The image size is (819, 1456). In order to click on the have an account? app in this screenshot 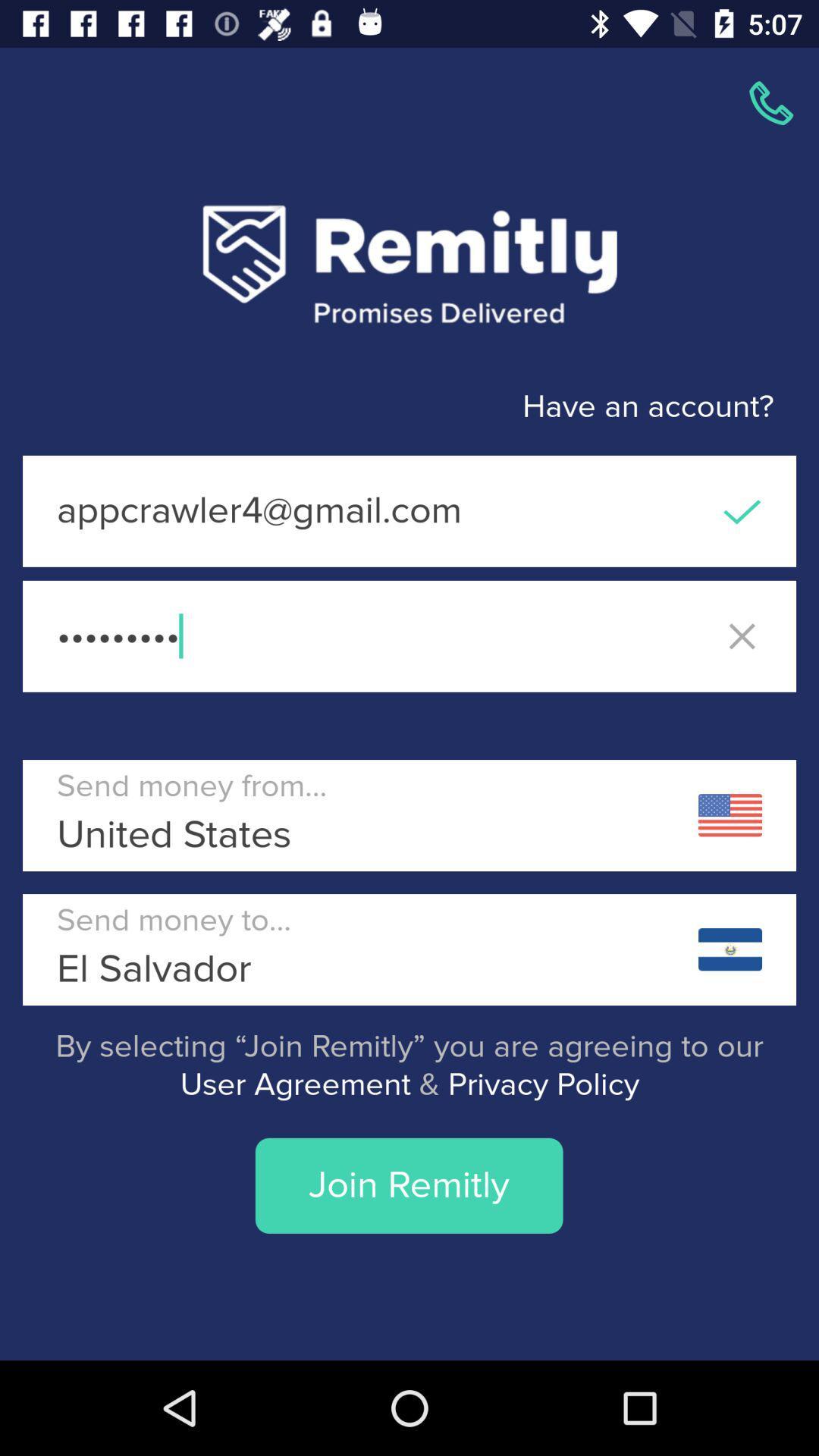, I will do `click(386, 407)`.